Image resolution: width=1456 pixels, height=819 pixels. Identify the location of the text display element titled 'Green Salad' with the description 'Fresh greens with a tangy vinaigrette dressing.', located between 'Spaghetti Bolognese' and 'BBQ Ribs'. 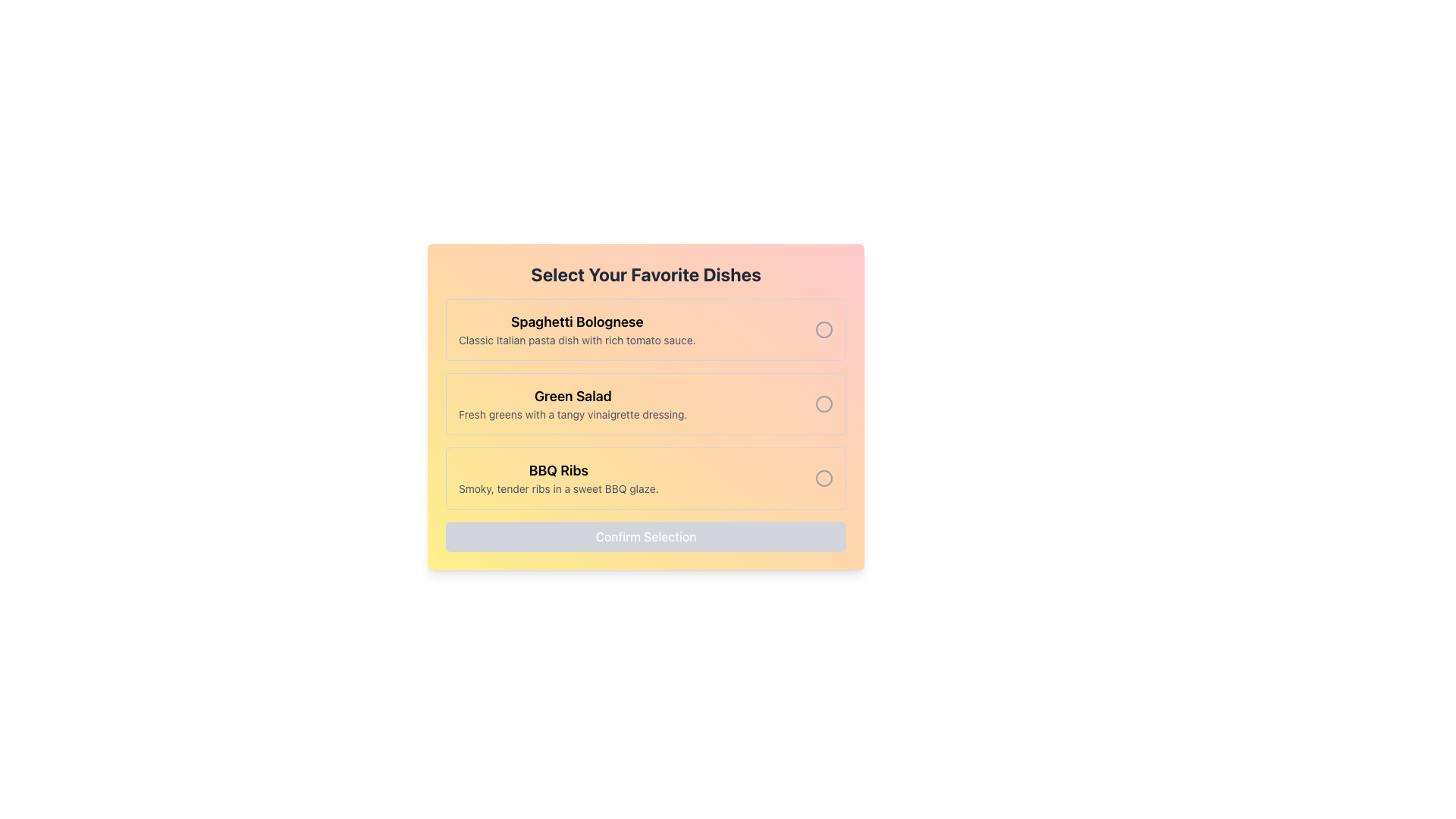
(572, 403).